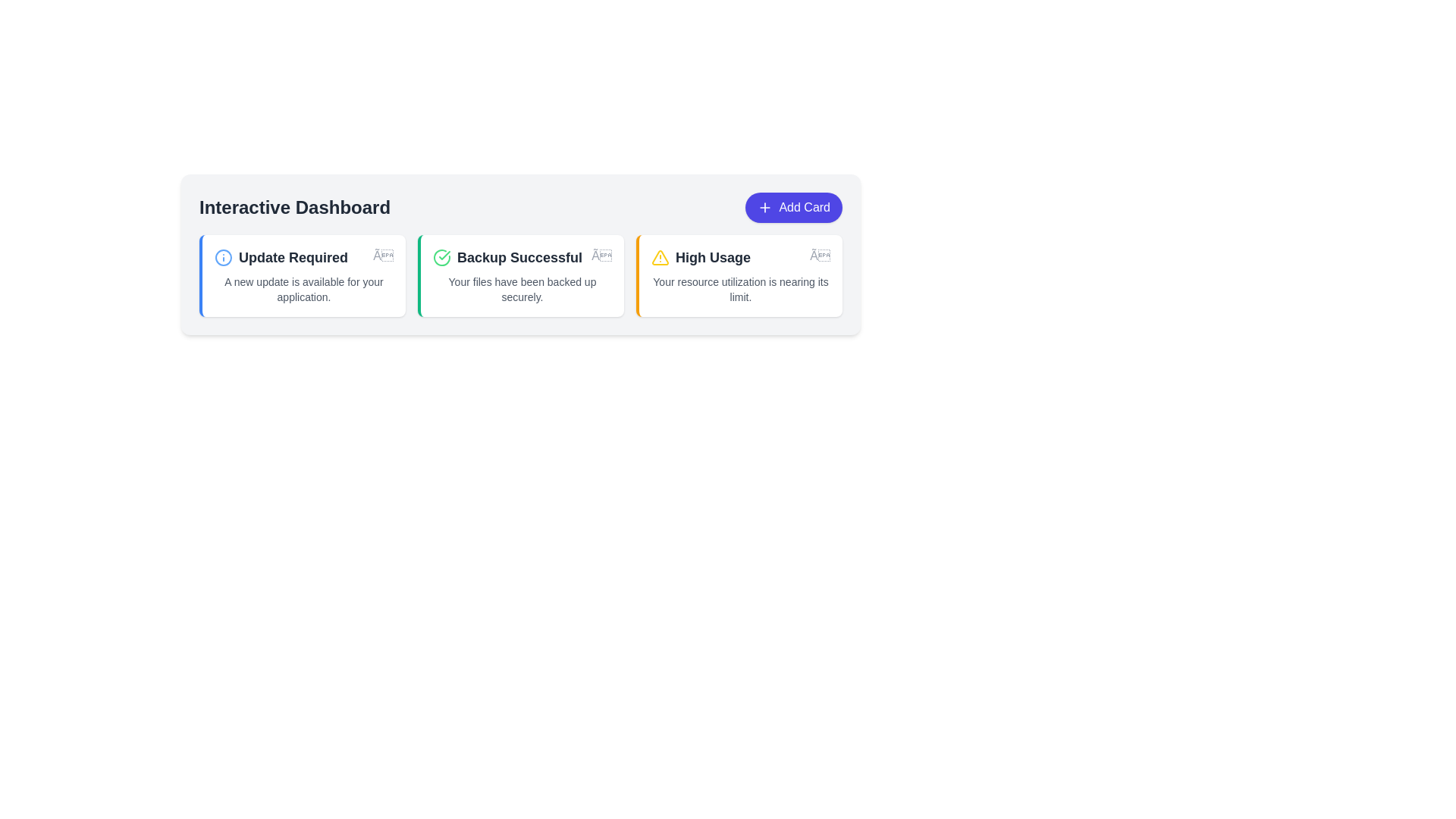 The image size is (1456, 819). Describe the element at coordinates (739, 275) in the screenshot. I see `text content of the Notification card that alerts the user about potential resource usage issues, positioned as the third card in the grid layout` at that location.